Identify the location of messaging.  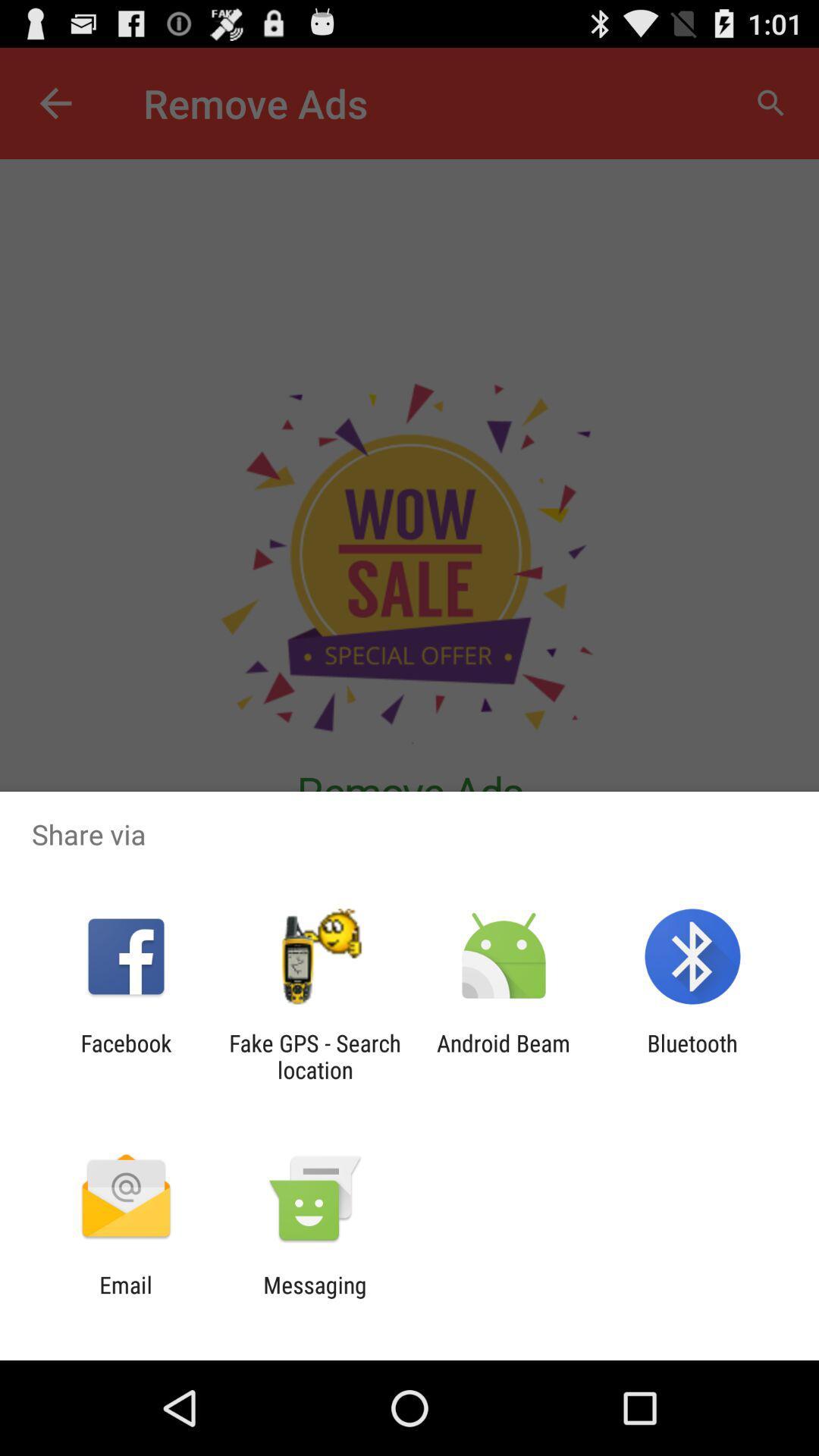
(314, 1298).